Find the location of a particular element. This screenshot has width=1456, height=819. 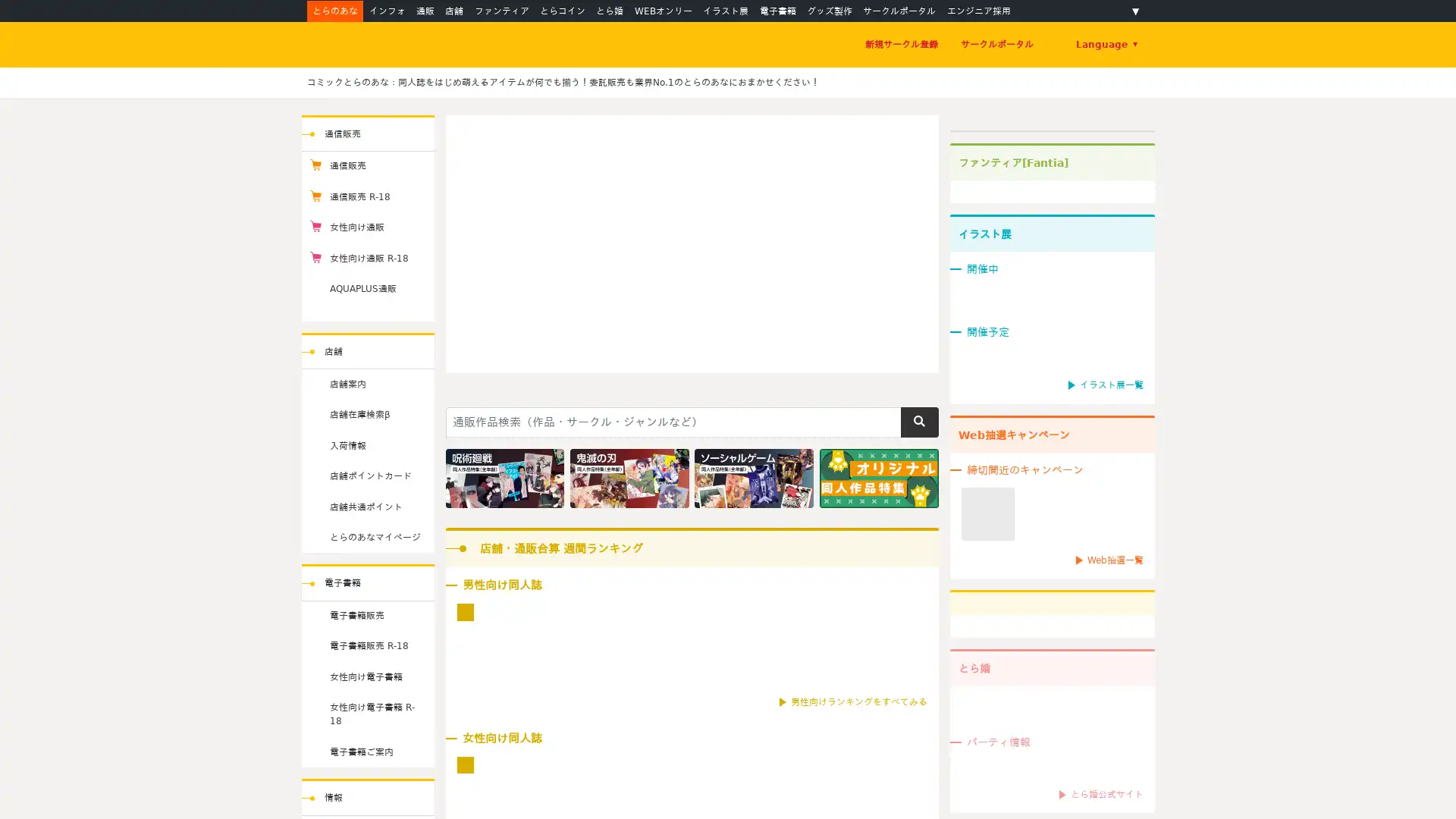

Next is located at coordinates (912, 237).